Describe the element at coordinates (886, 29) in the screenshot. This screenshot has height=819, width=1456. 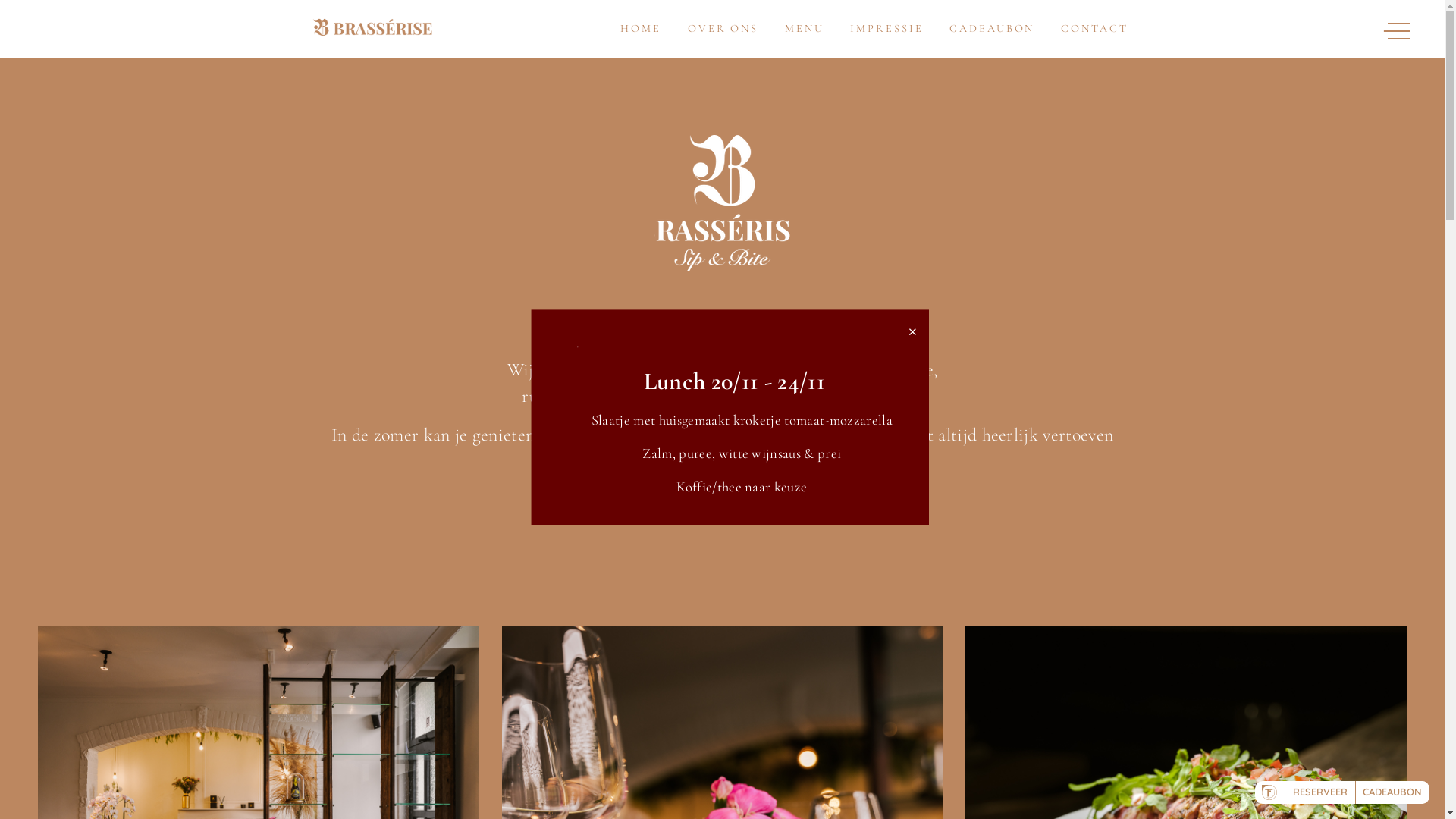
I see `'IMPRESSIE'` at that location.